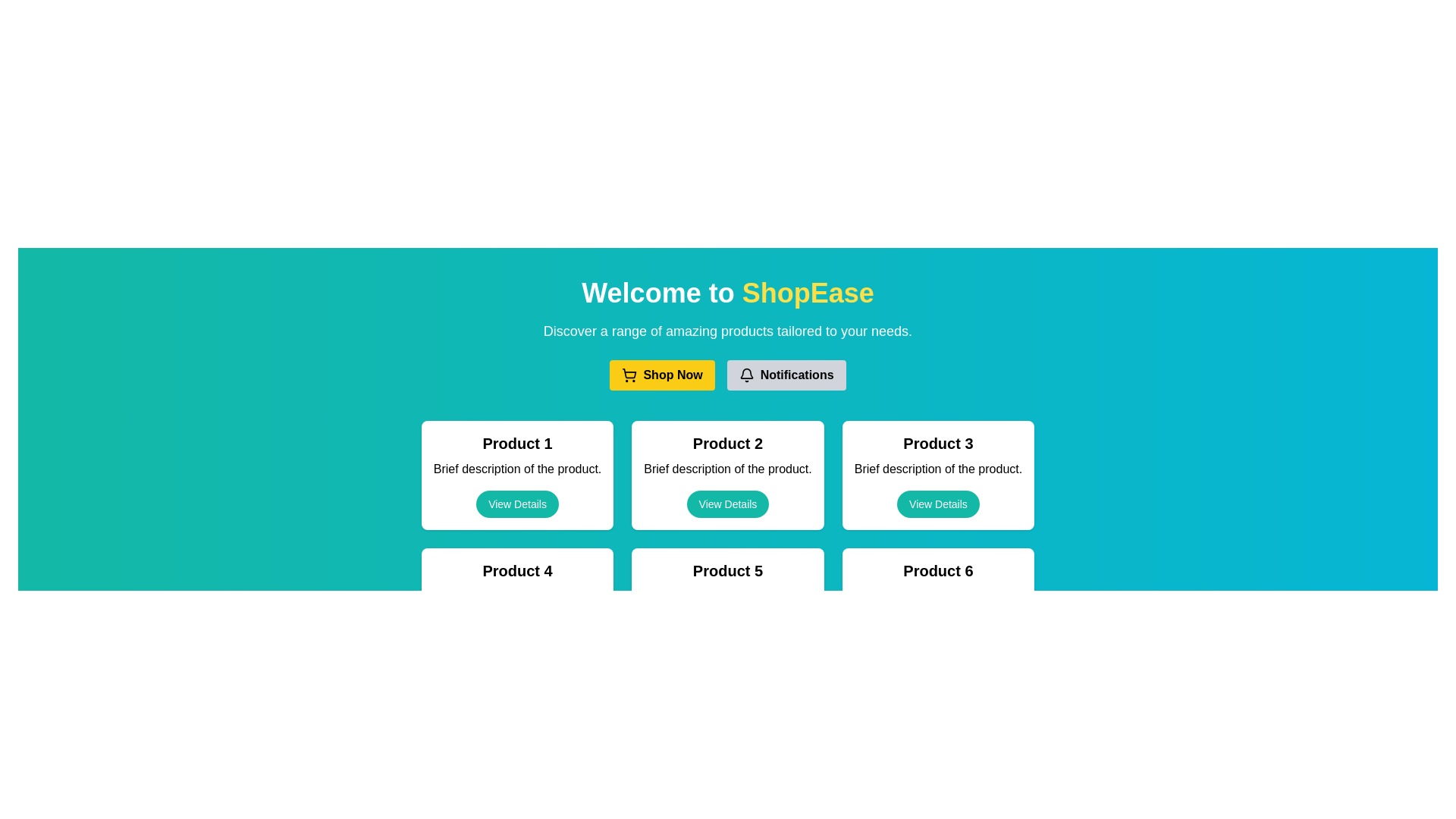 This screenshot has height=819, width=1456. I want to click on the static text displaying 'Brief description of the product.' located in the second product card labeled 'Product 2', positioned below the header and above the 'View Details' button, so click(728, 468).